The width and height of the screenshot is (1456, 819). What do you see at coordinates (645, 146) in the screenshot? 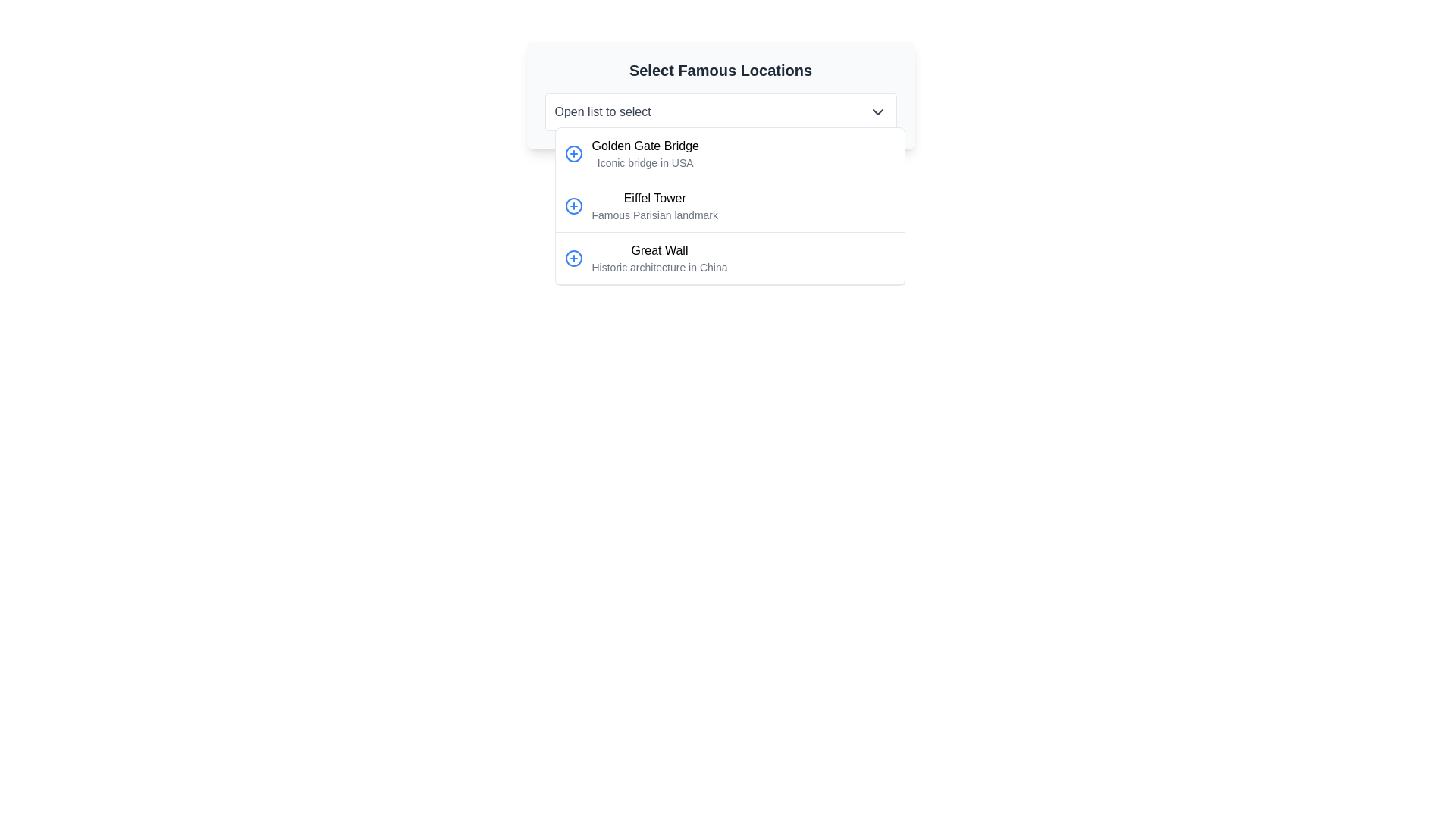
I see `the text label element displaying 'Golden Gate Bridge' in the dropdown menu under 'Select Famous Locations'` at bounding box center [645, 146].